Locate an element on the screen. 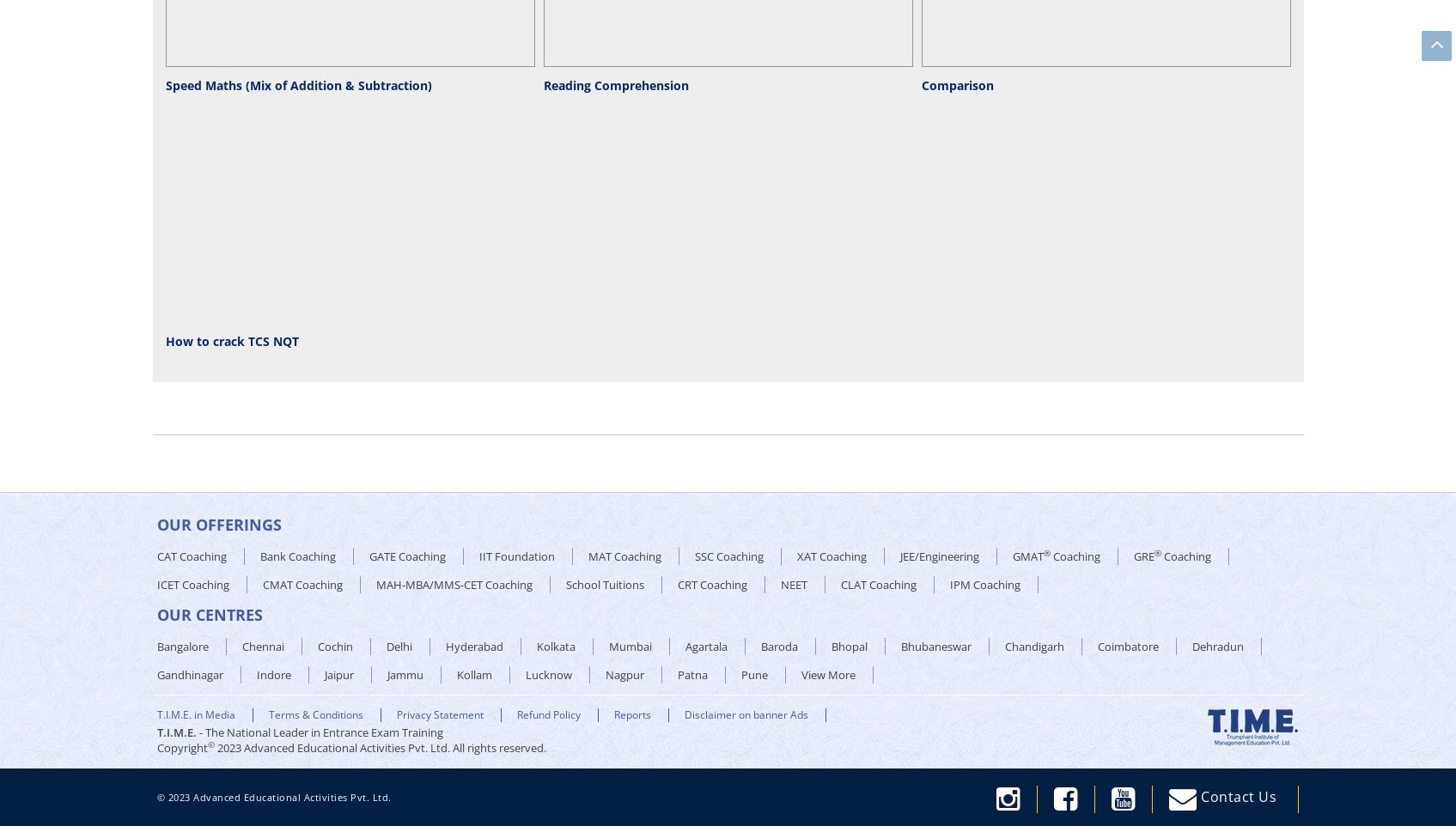  'XAT Coaching' is located at coordinates (831, 556).